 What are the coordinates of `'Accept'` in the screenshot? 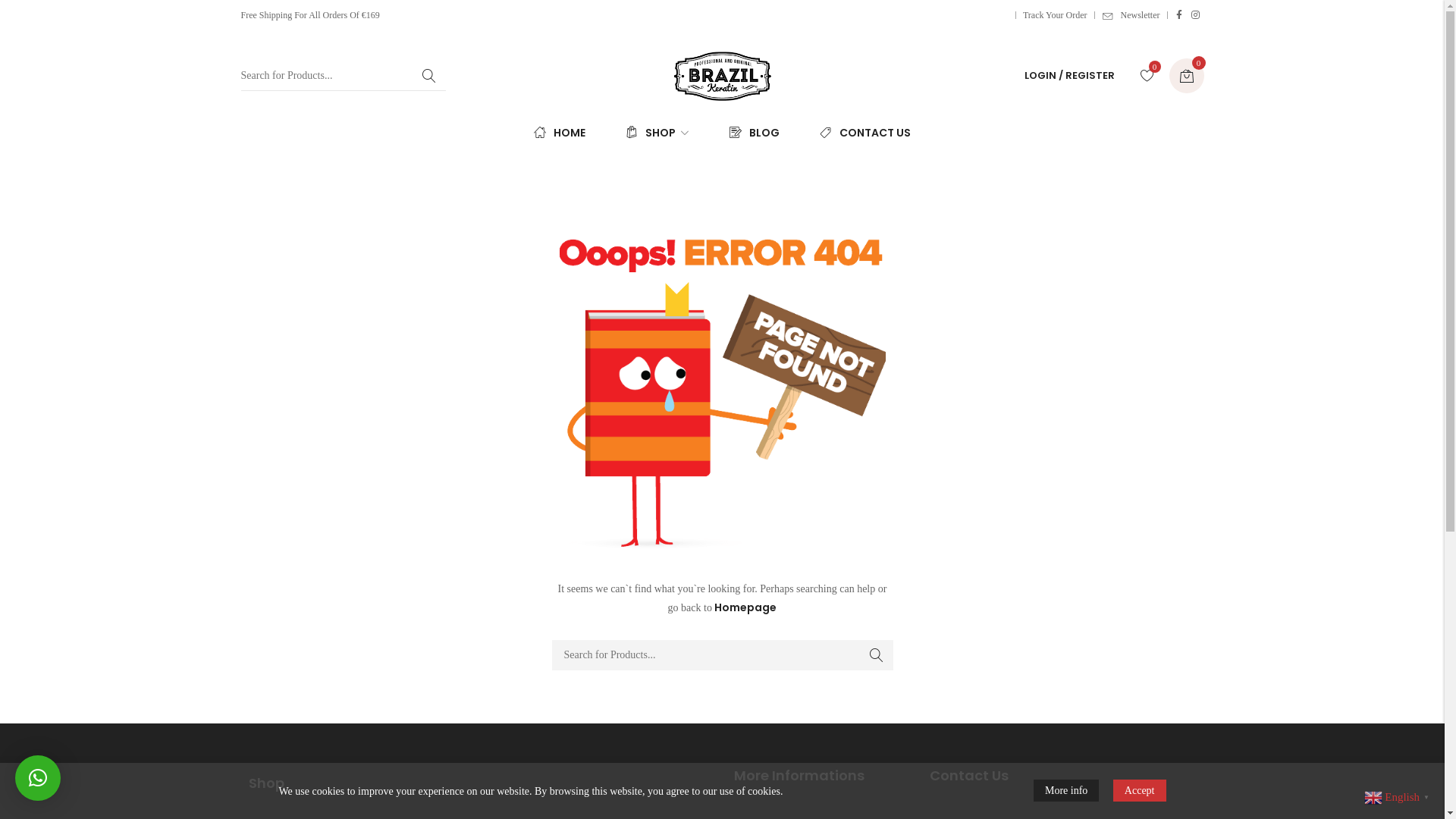 It's located at (1113, 789).